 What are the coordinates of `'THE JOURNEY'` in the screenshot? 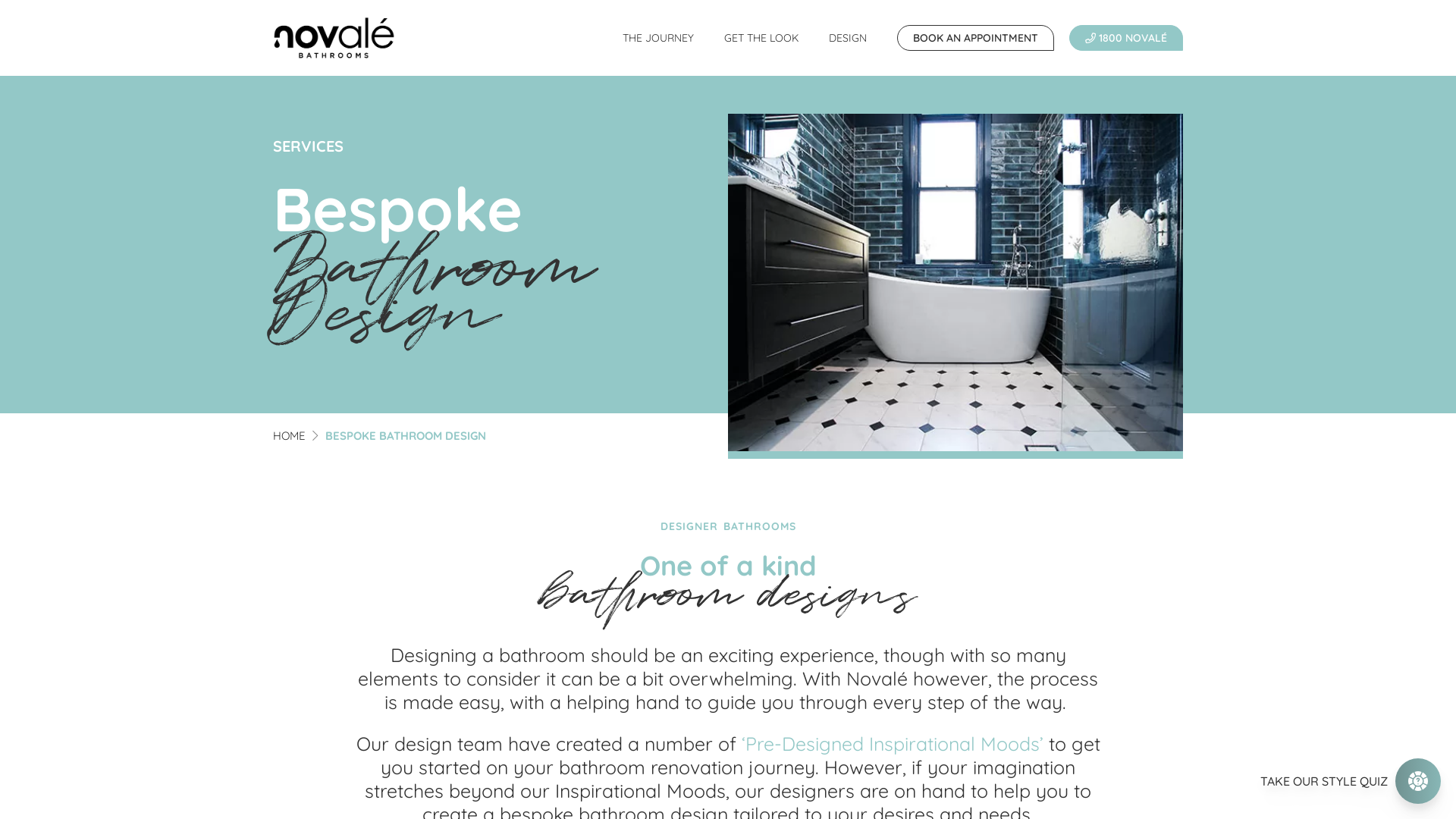 It's located at (658, 37).